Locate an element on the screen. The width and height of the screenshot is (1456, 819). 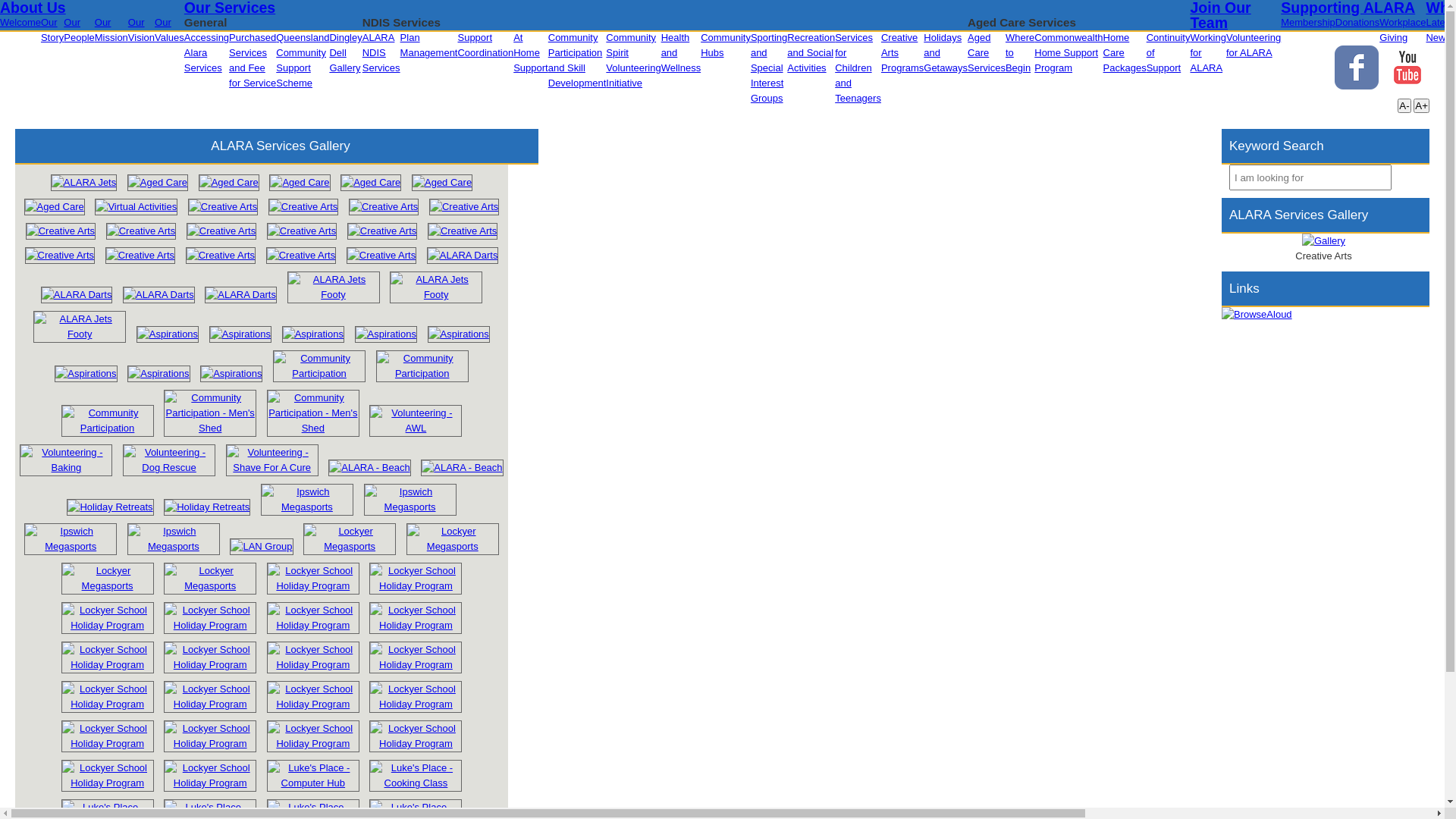
'Our People' is located at coordinates (78, 30).